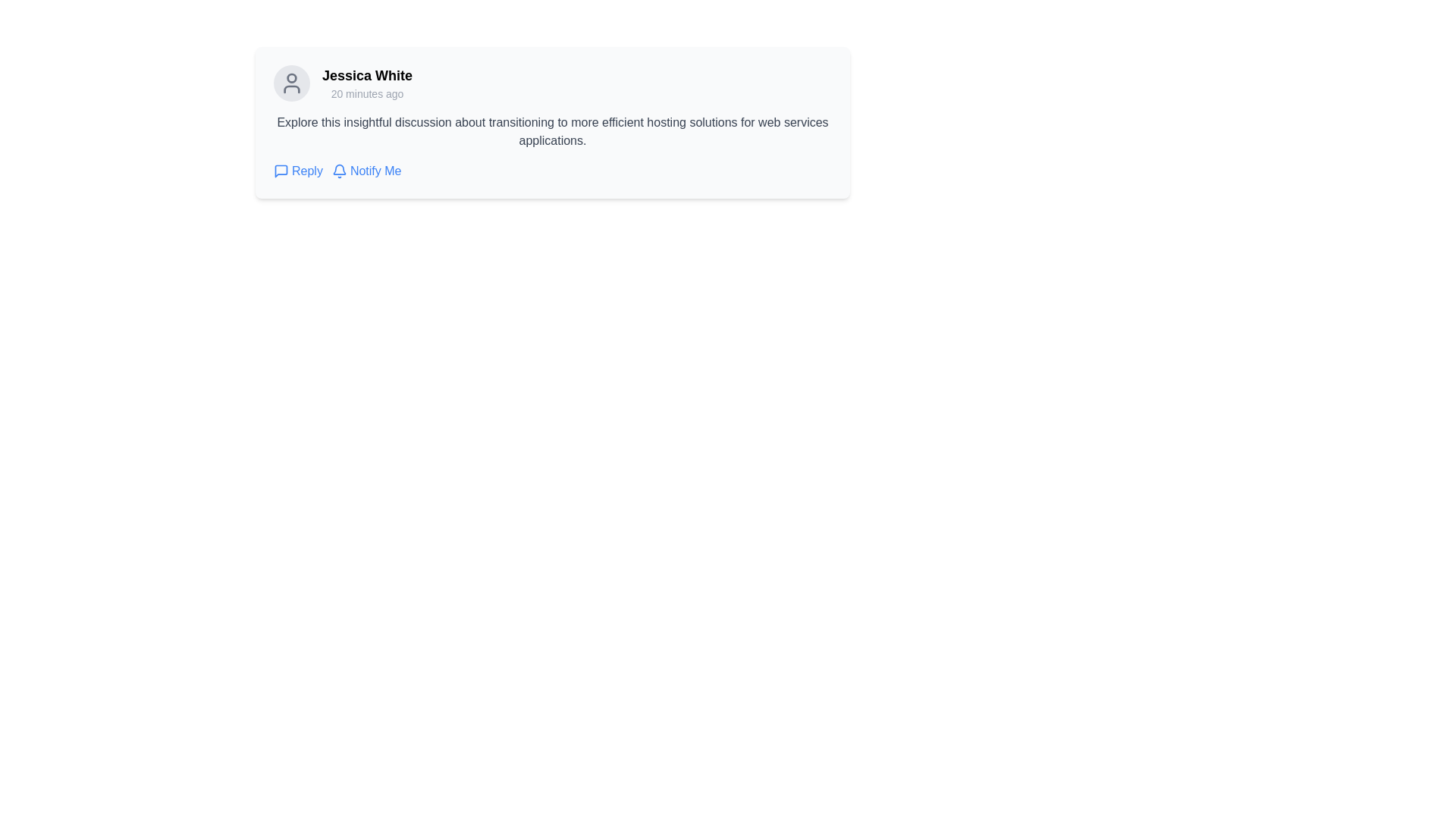 The width and height of the screenshot is (1456, 819). Describe the element at coordinates (291, 83) in the screenshot. I see `the circular user profile icon, which is a line drawing in medium gray against a light gray background` at that location.